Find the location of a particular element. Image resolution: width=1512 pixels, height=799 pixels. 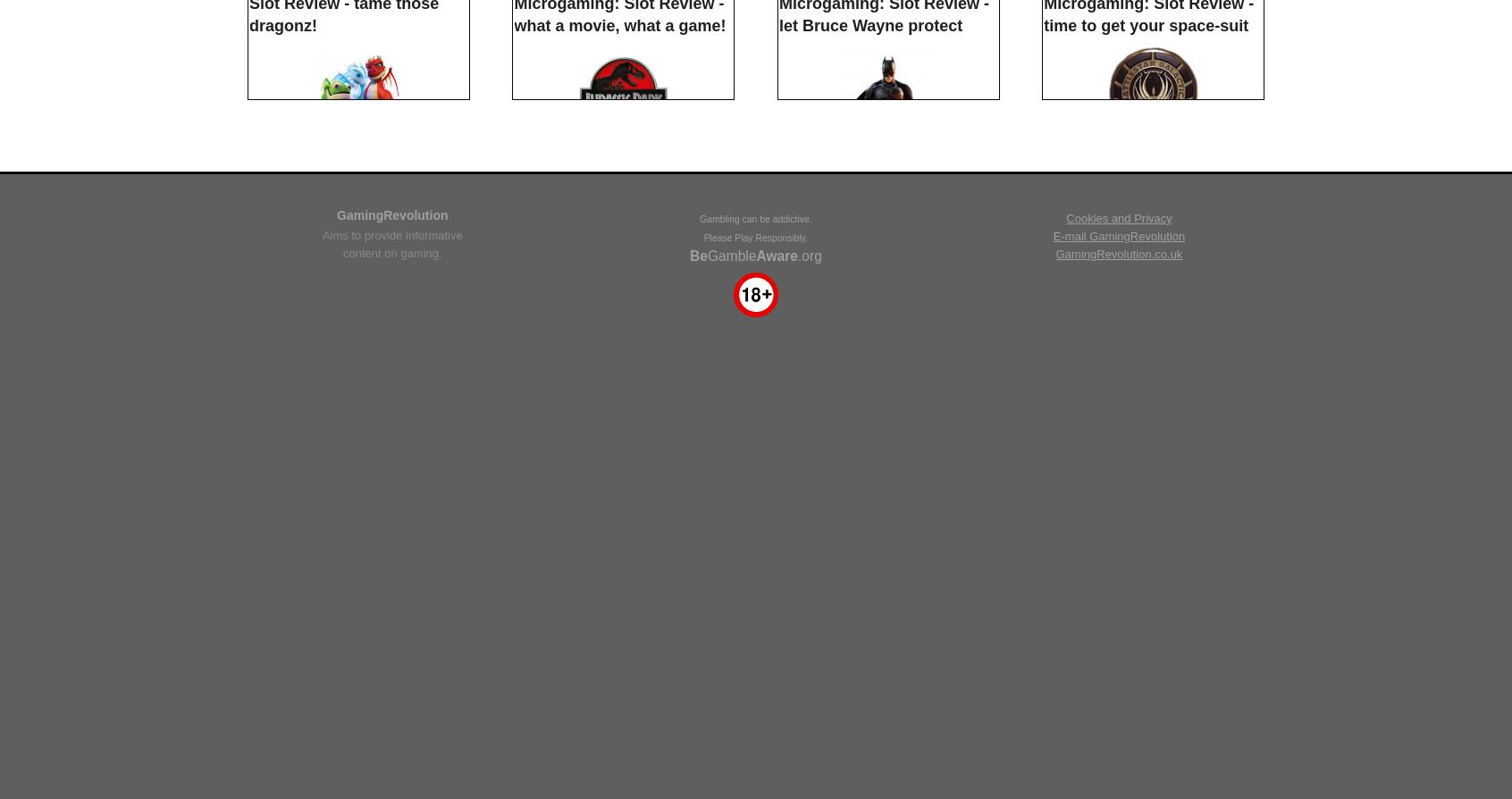

'Gambling can be addictive.' is located at coordinates (700, 666).